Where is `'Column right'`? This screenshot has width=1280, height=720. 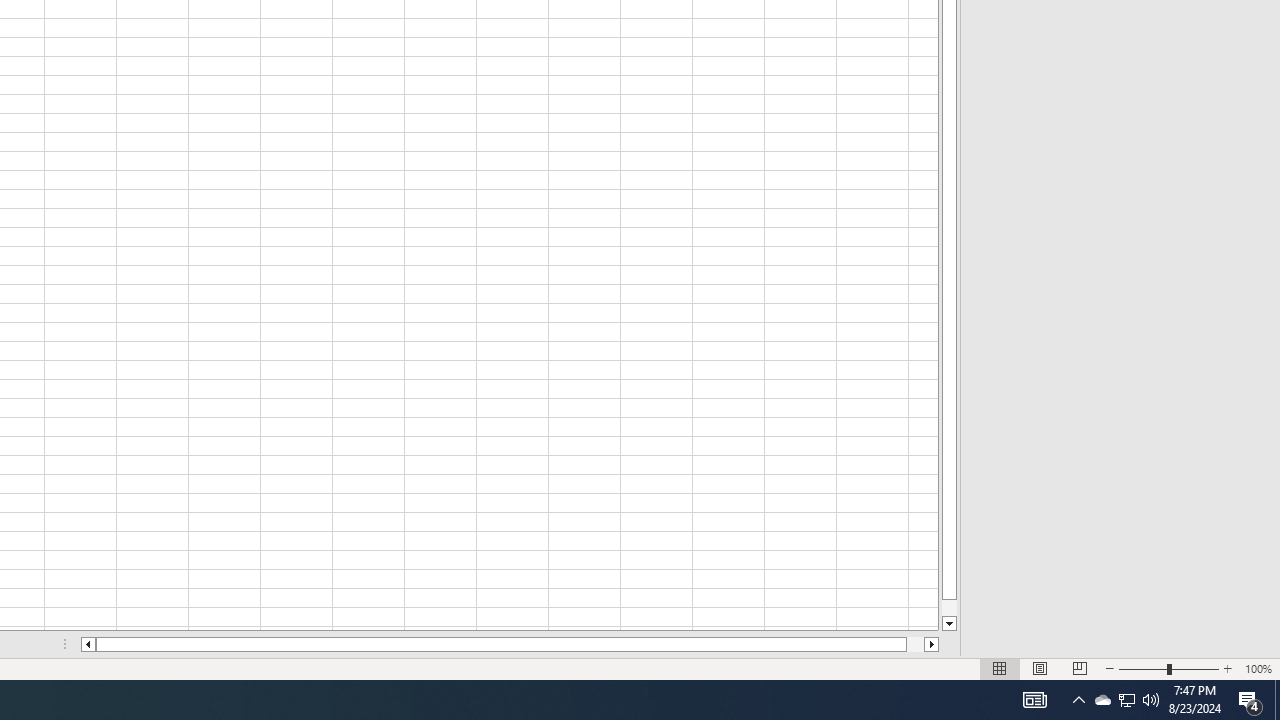
'Column right' is located at coordinates (931, 644).